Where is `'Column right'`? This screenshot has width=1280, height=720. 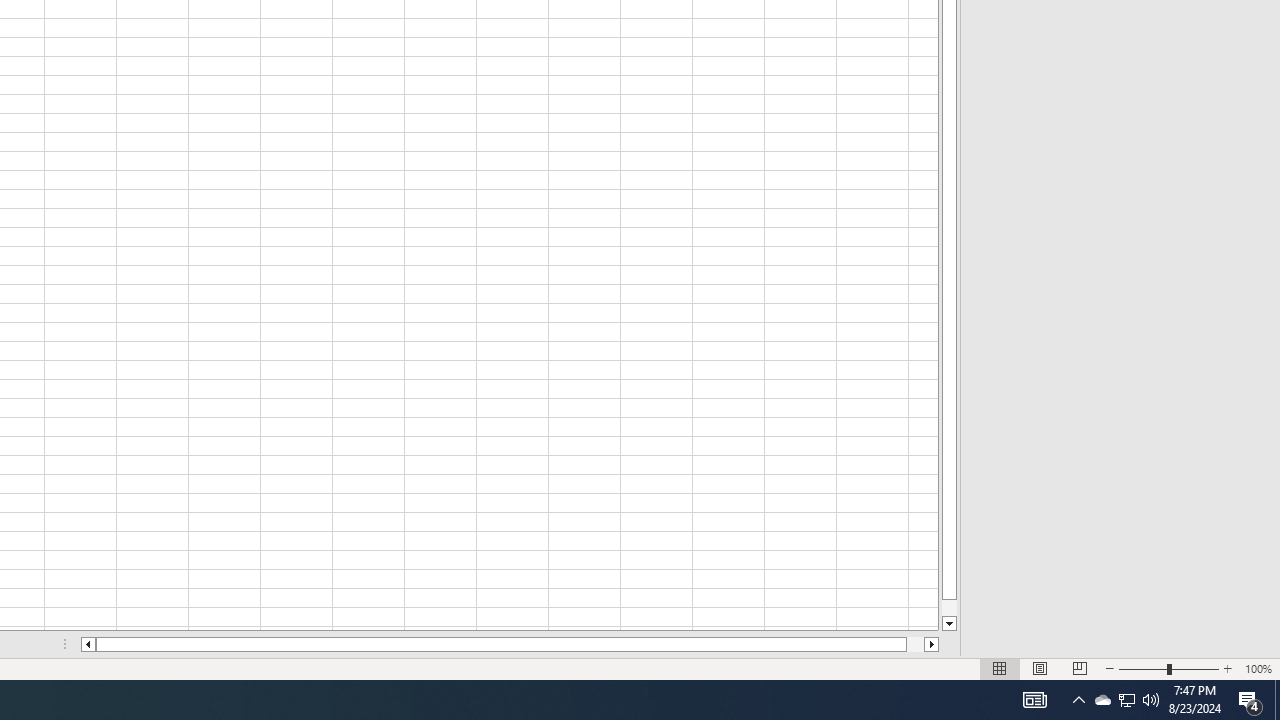
'Column right' is located at coordinates (931, 644).